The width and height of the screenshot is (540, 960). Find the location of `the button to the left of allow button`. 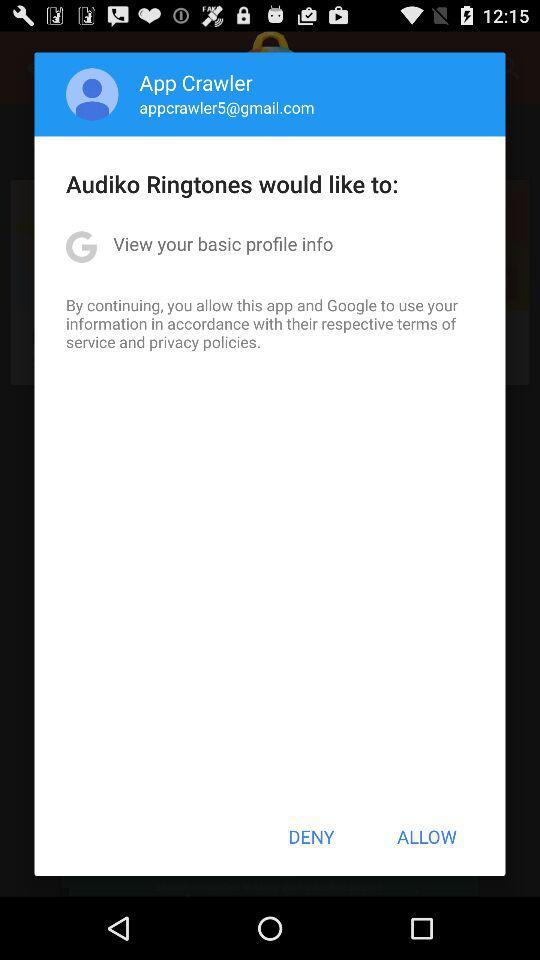

the button to the left of allow button is located at coordinates (311, 836).